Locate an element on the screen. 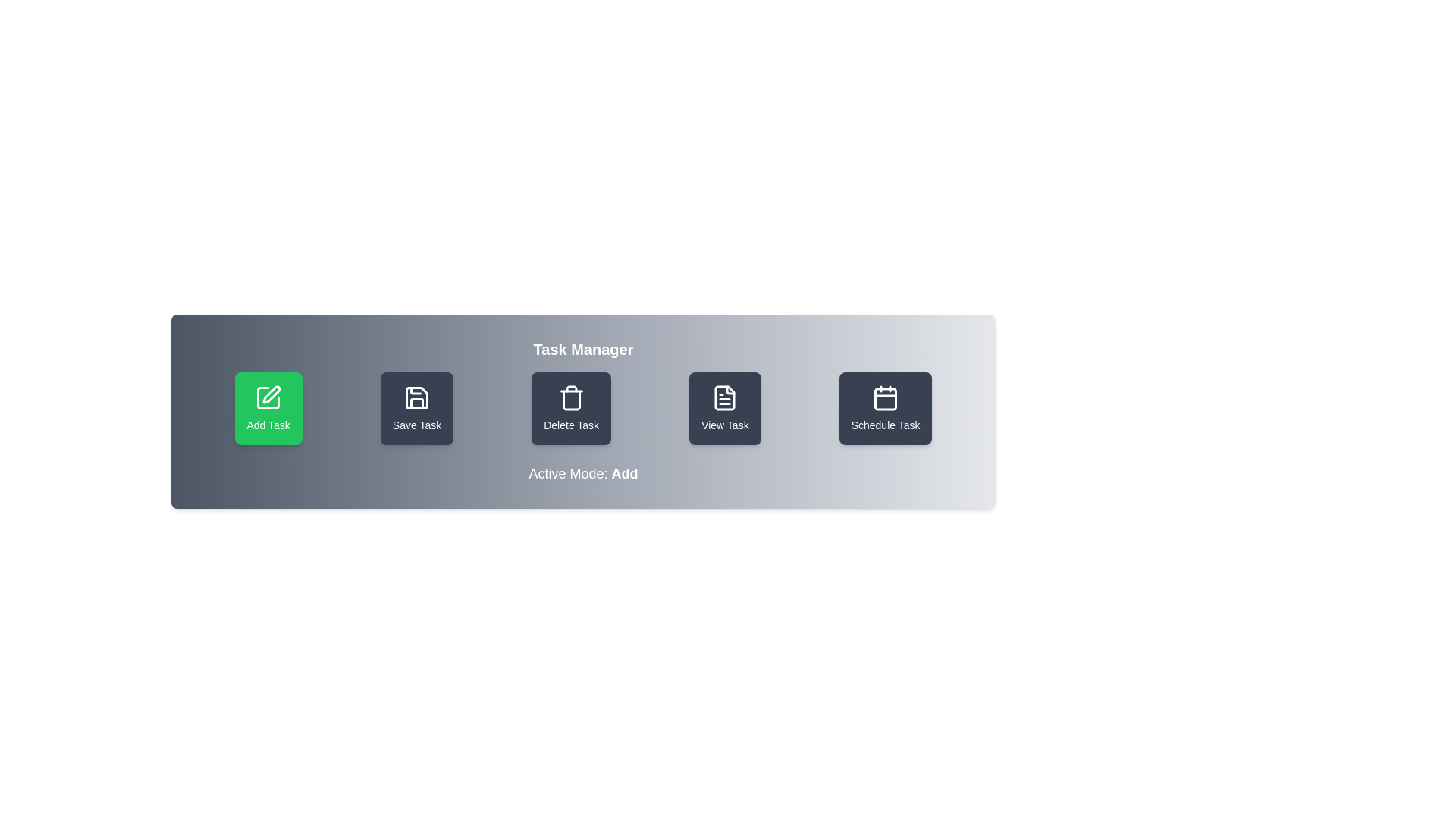 The width and height of the screenshot is (1456, 819). the button labeled 'Schedule Task' to observe its hover effect is located at coordinates (885, 408).